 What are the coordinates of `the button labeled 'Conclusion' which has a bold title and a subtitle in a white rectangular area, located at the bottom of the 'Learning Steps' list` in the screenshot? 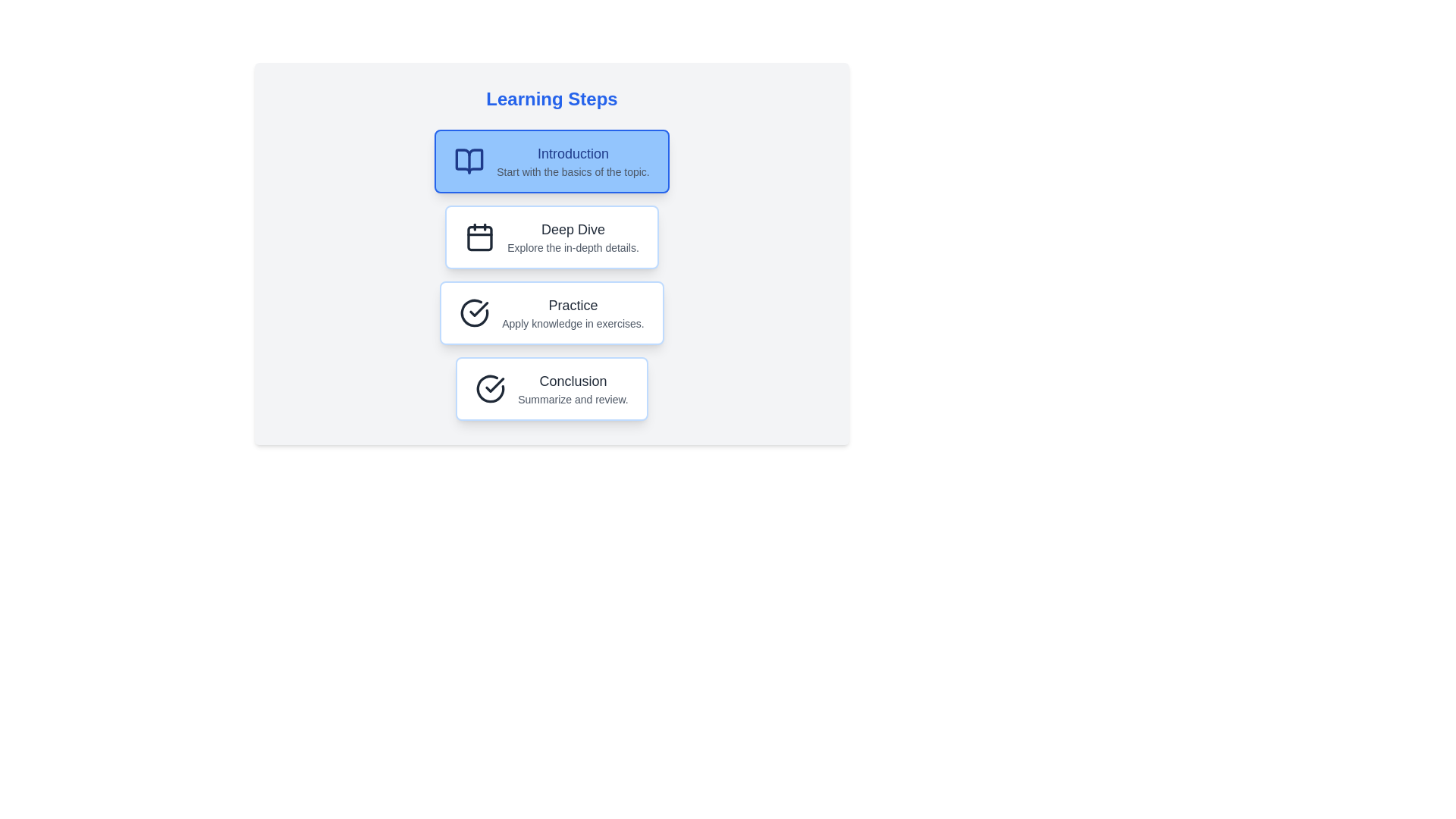 It's located at (572, 388).